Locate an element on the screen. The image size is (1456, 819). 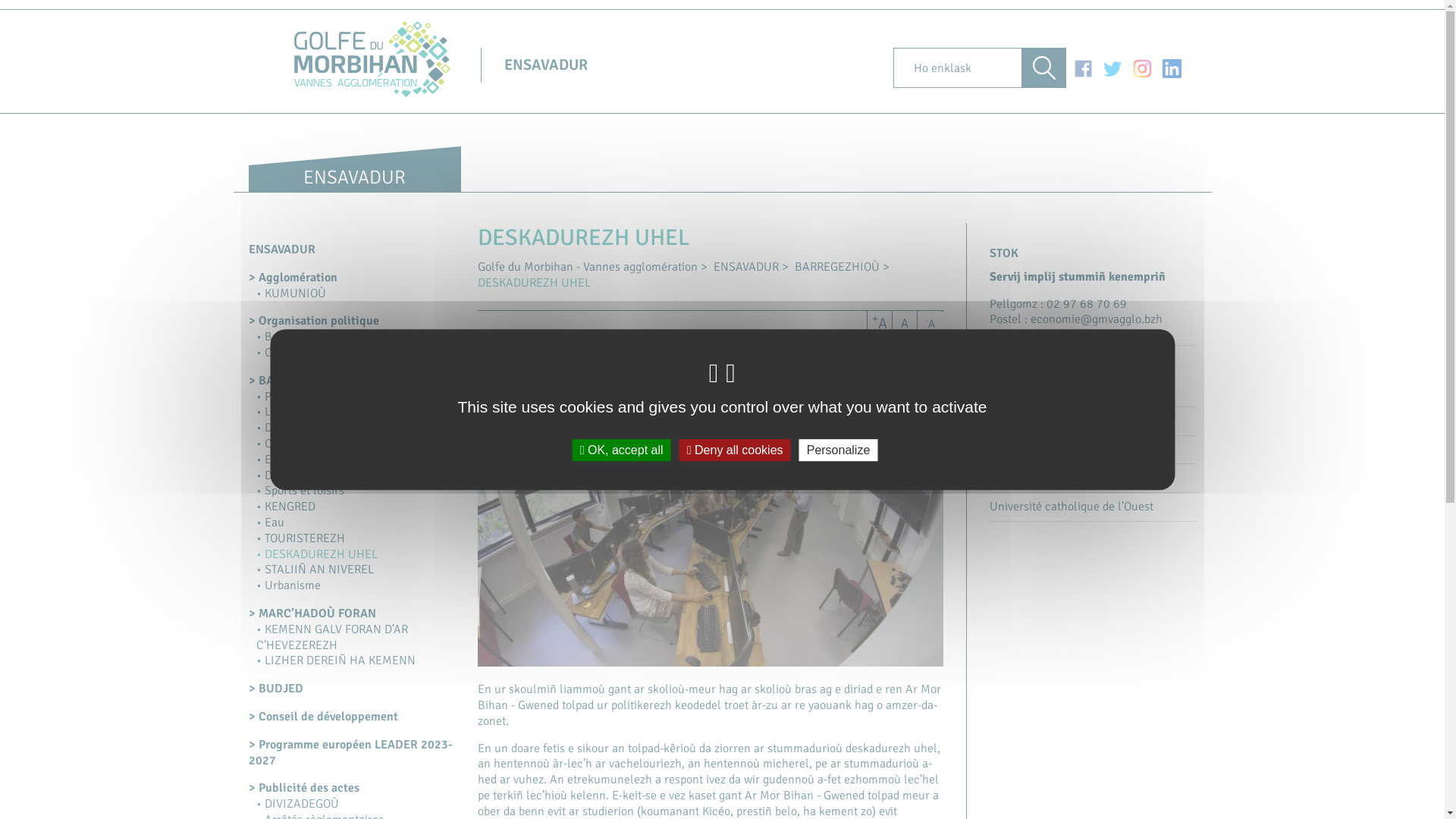
'DIORREN AN EKONOMIEZH' is located at coordinates (331, 427).